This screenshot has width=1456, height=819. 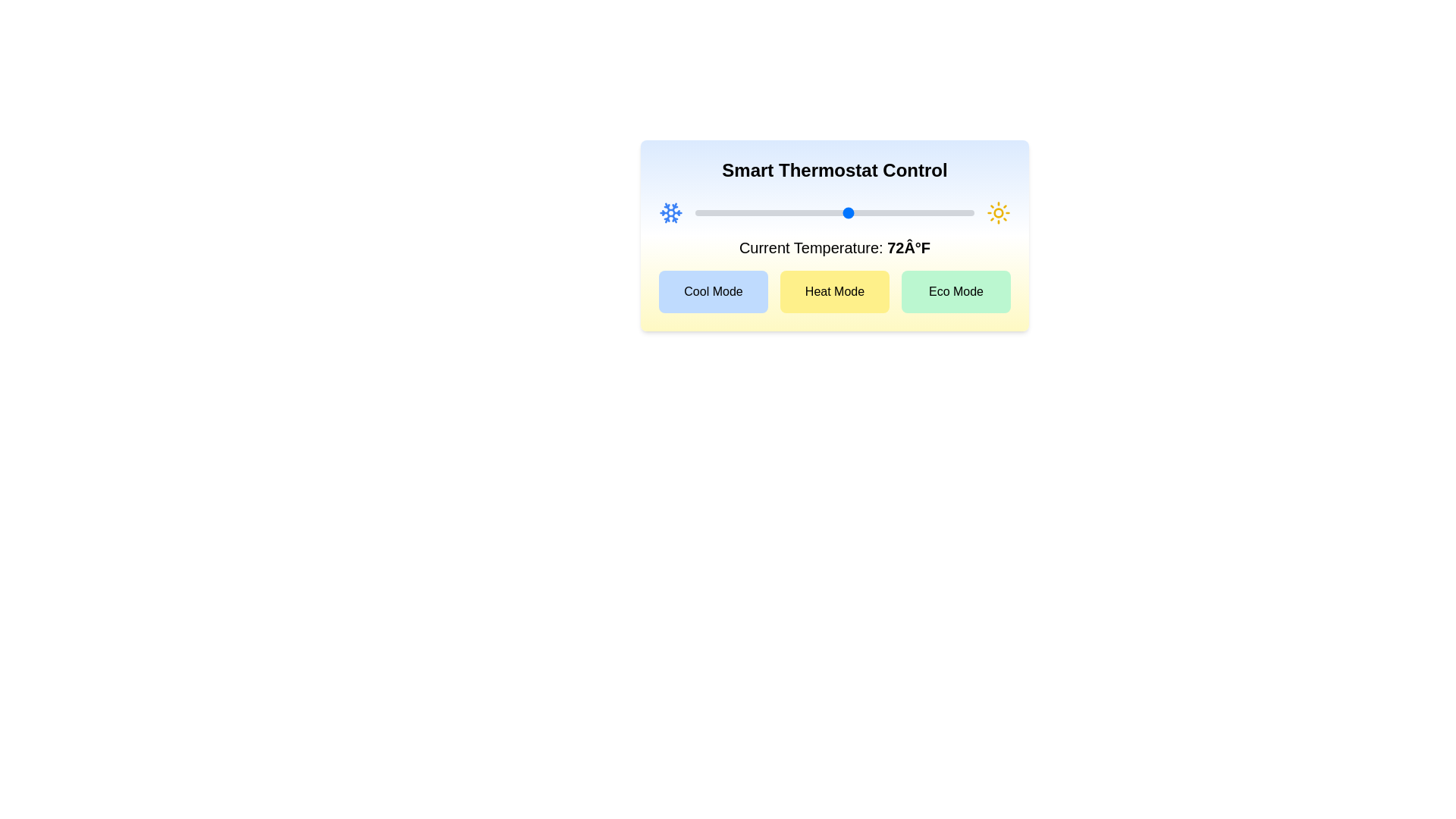 What do you see at coordinates (855, 213) in the screenshot?
I see `the temperature slider to set the temperature to 73°F` at bounding box center [855, 213].